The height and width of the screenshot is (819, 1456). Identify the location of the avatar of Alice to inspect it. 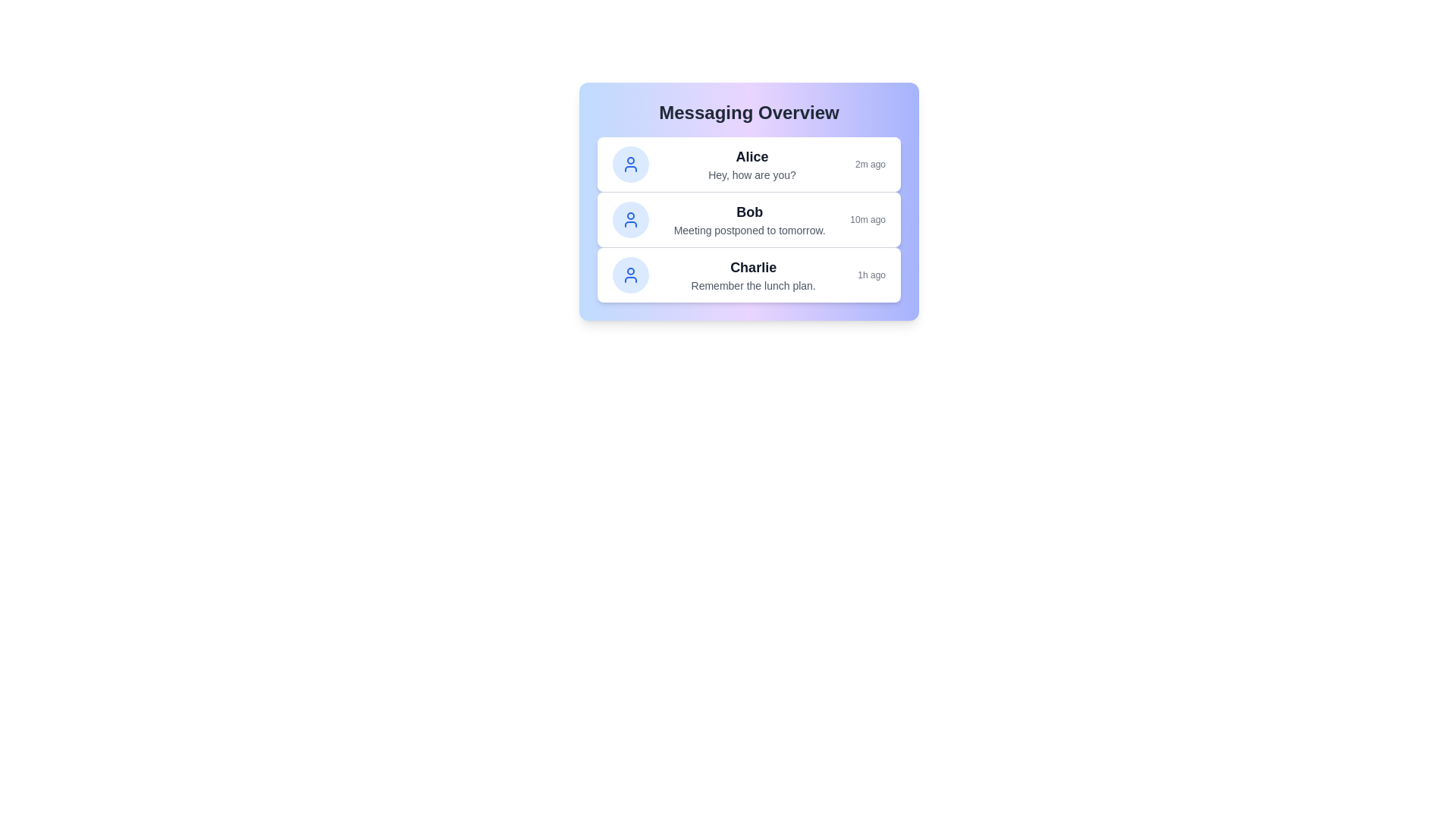
(630, 164).